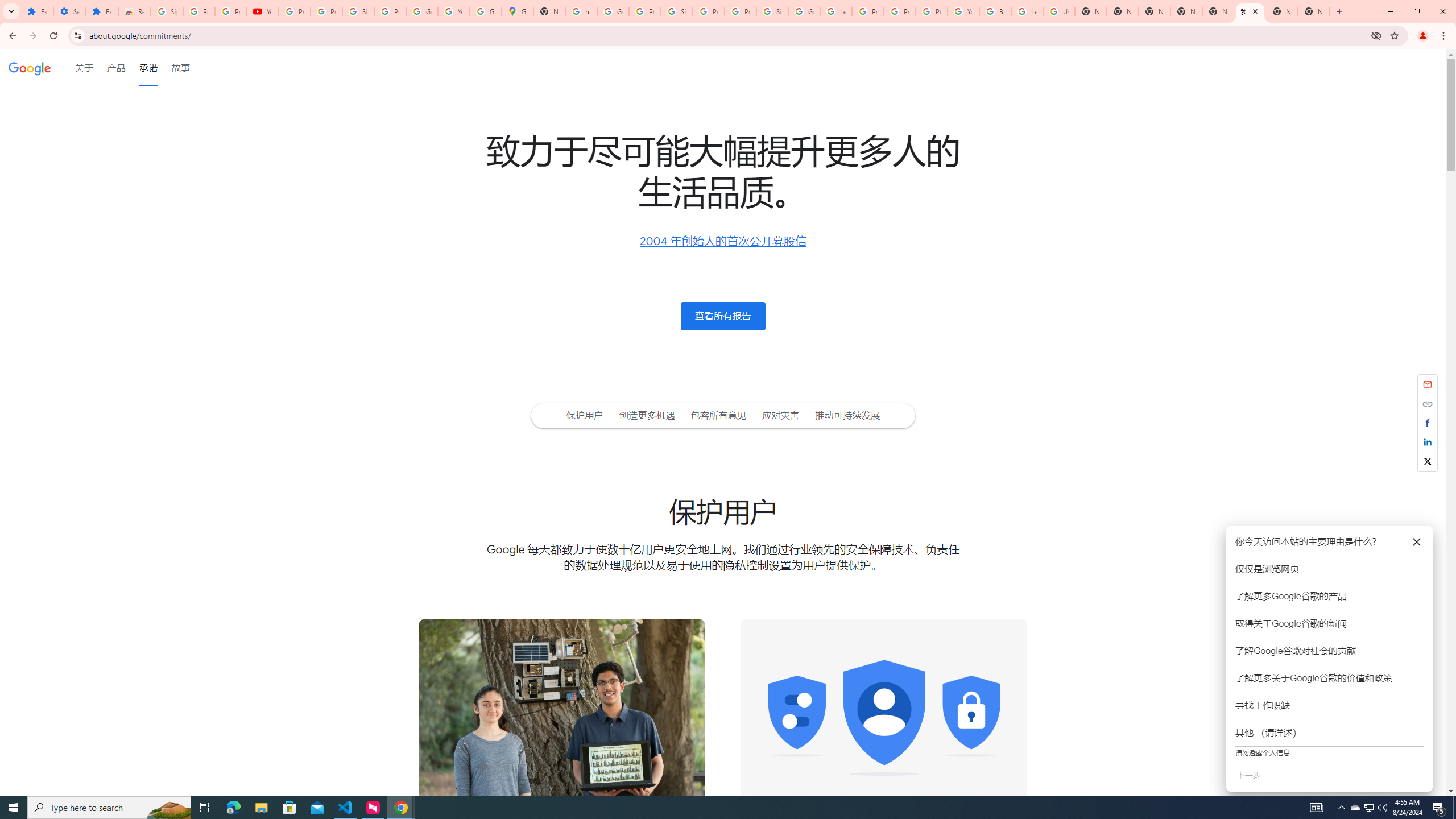  Describe the element at coordinates (994, 11) in the screenshot. I see `'Browse Chrome as a guest - Computer - Google Chrome Help'` at that location.